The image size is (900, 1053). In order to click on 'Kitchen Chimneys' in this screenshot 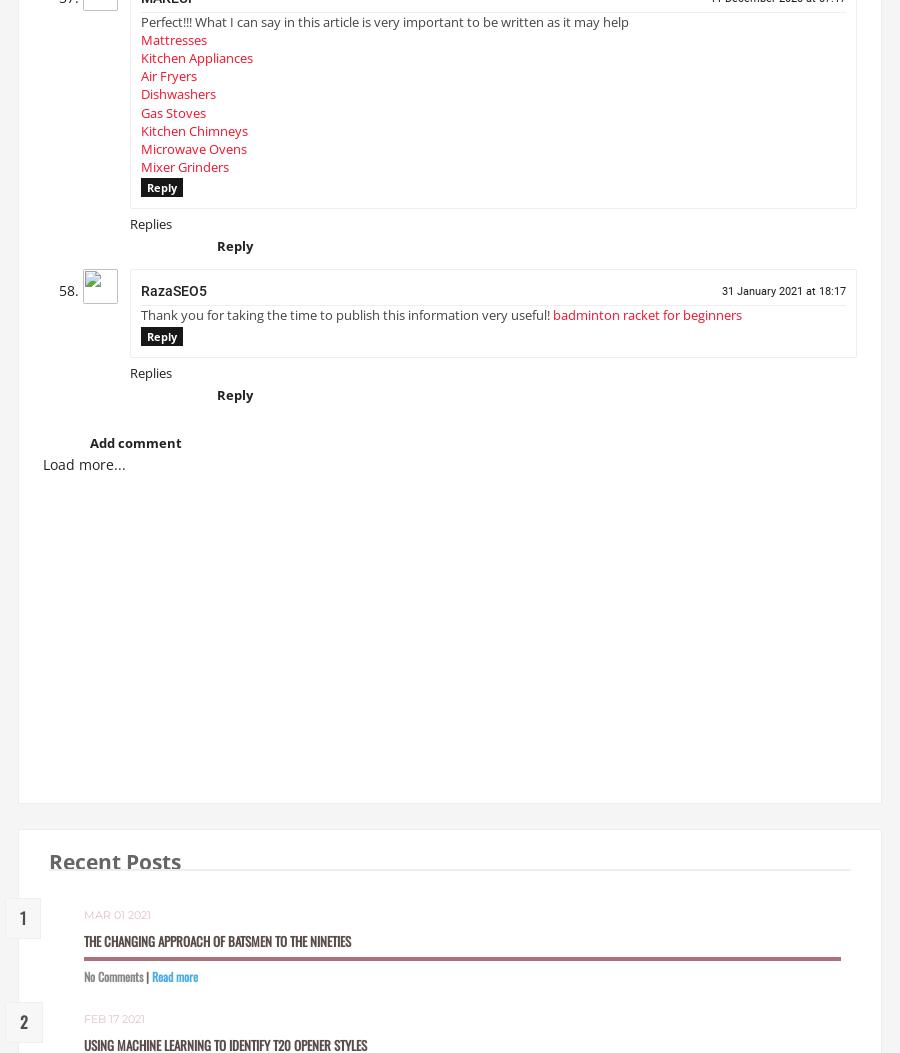, I will do `click(141, 138)`.